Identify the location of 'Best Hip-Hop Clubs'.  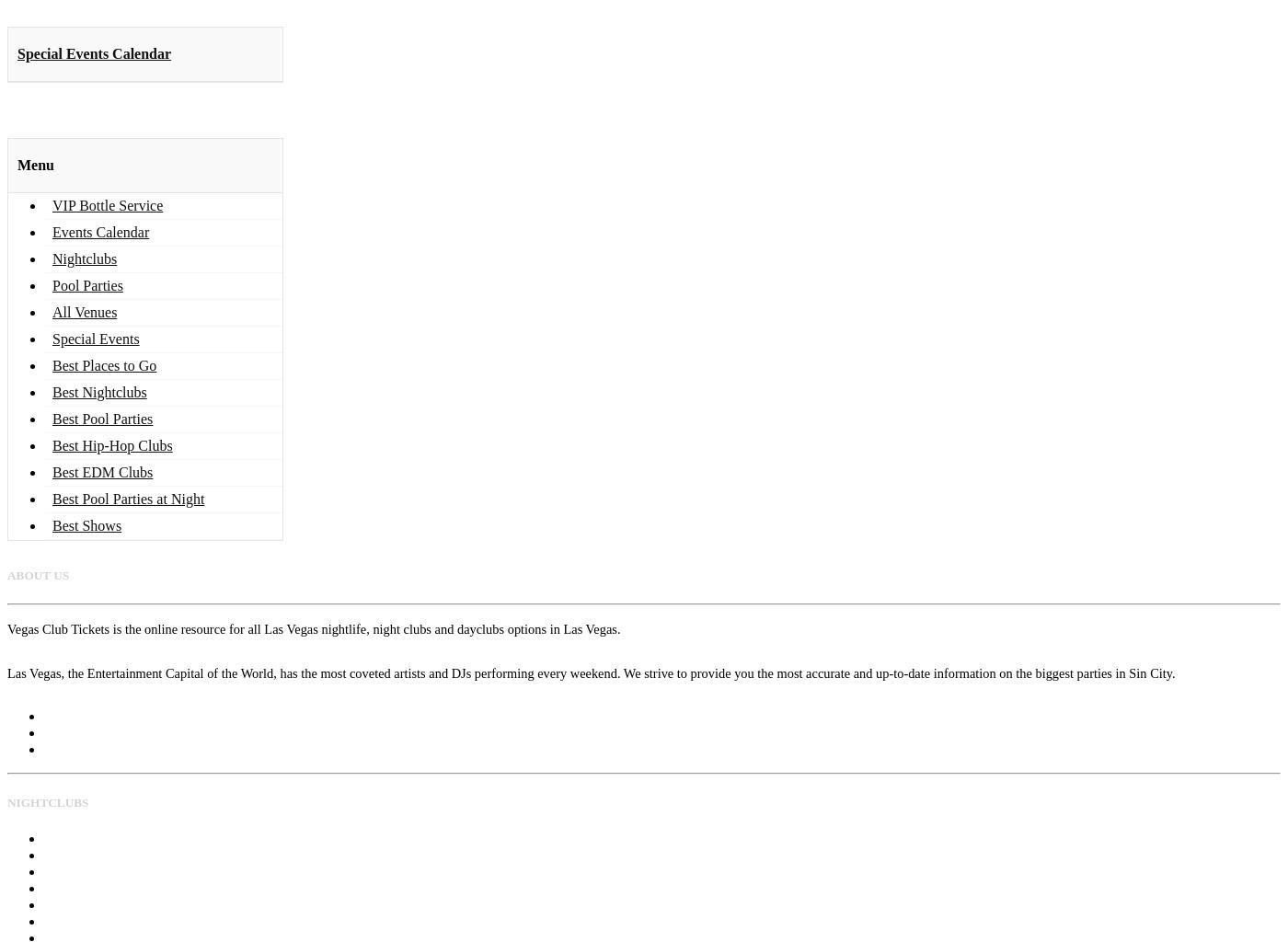
(111, 443).